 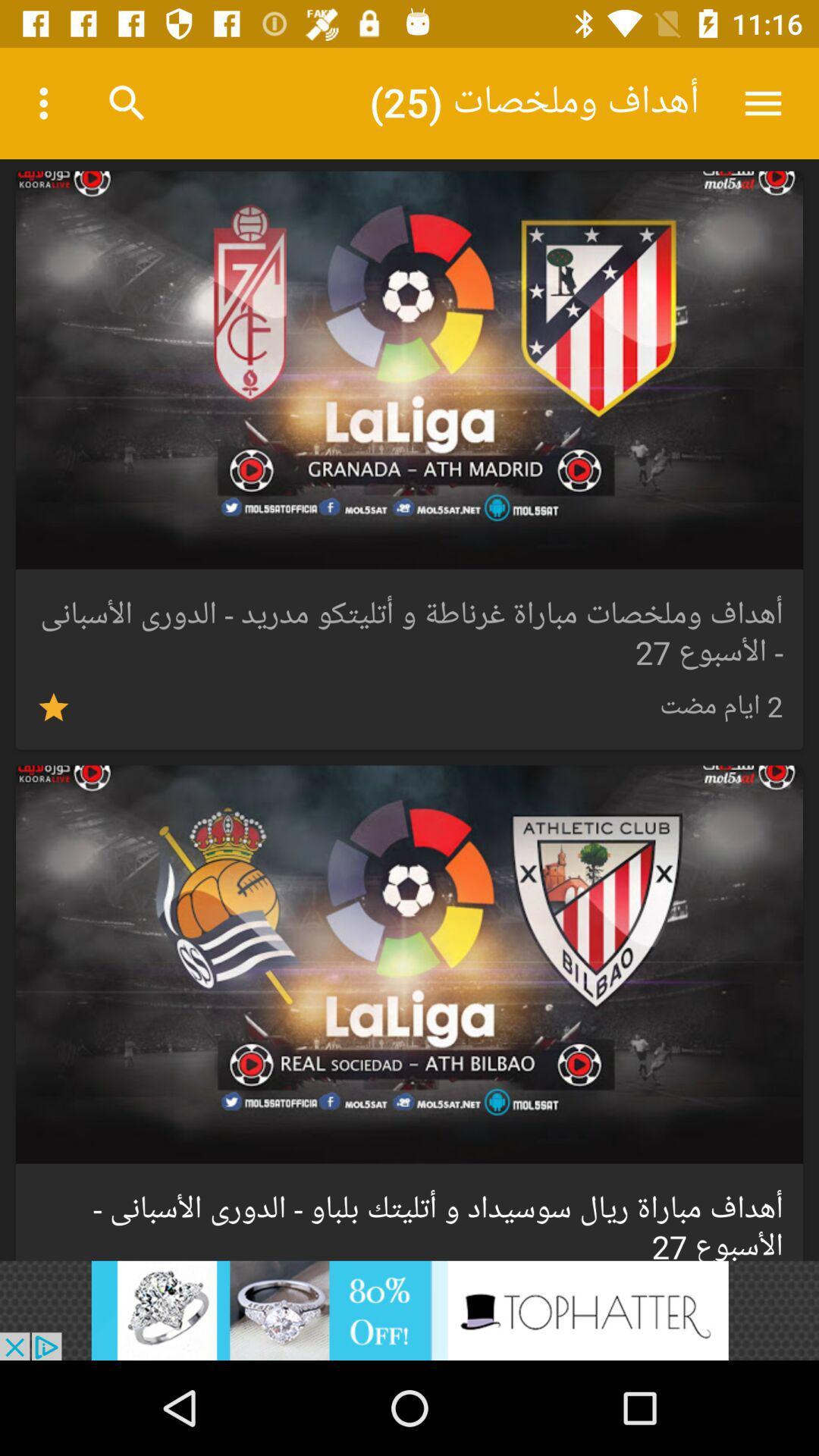 I want to click on search icon, so click(x=127, y=103).